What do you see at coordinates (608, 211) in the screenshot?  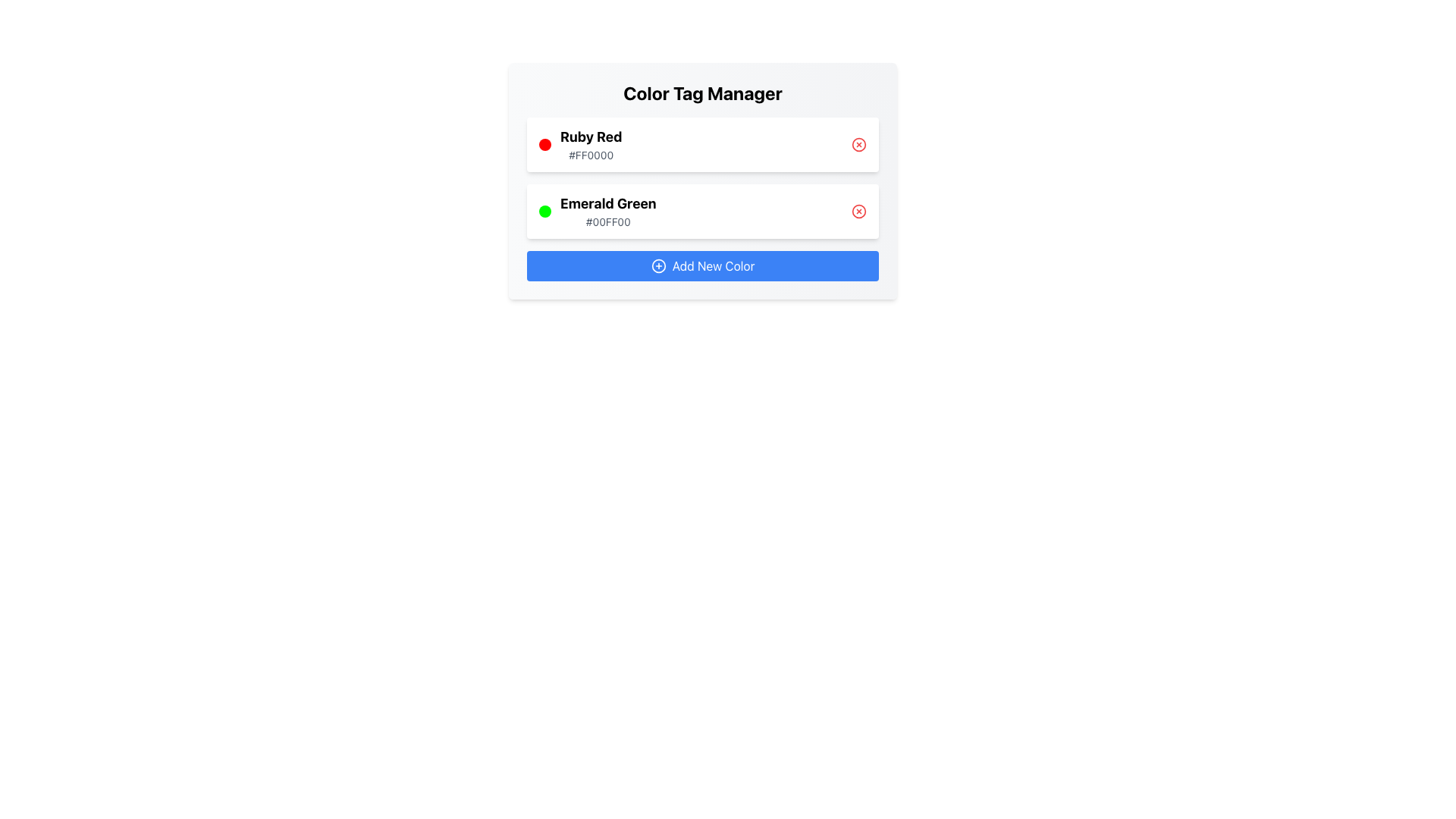 I see `contents of the text label displaying a color name and its hexadecimal code, located in the middle of the second row of color tags, to the right of a green circular indicator` at bounding box center [608, 211].